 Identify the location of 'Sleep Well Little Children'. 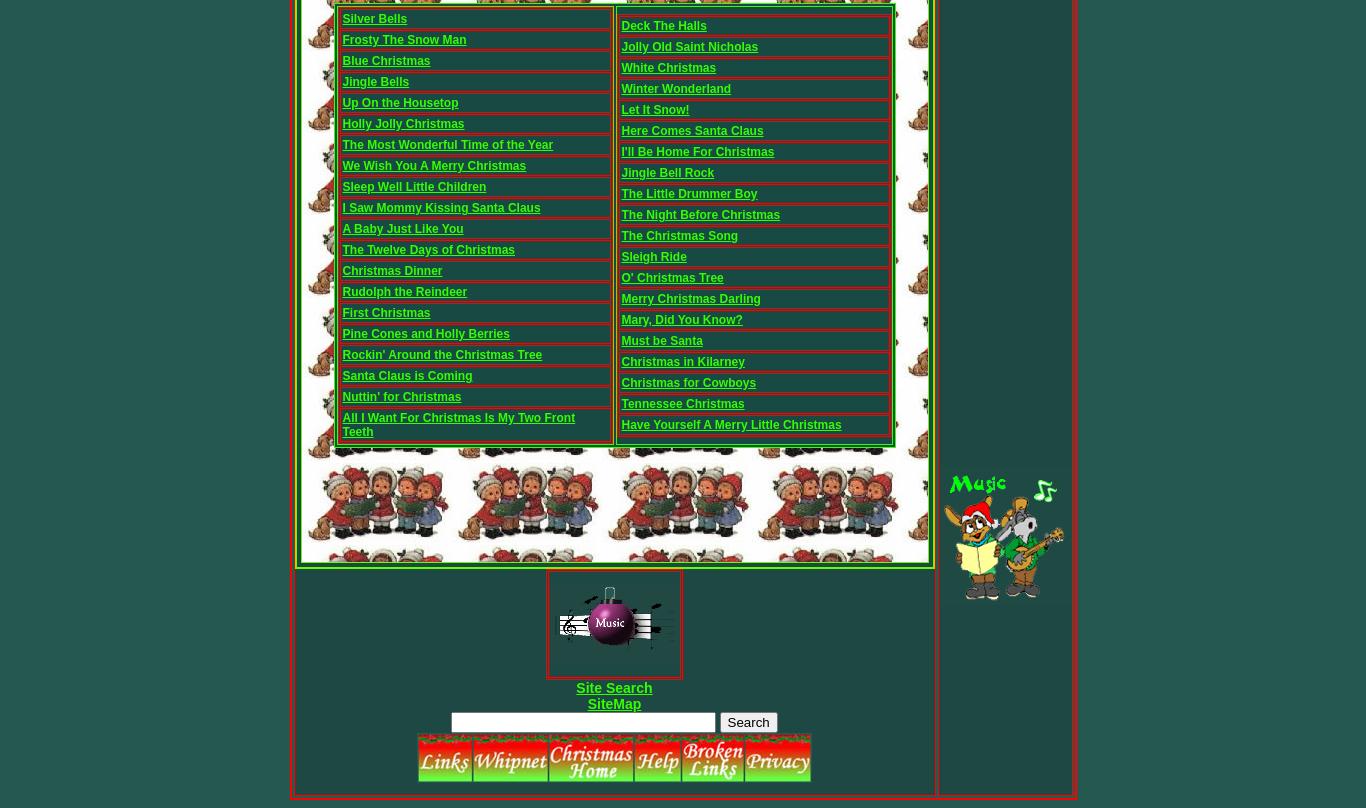
(413, 185).